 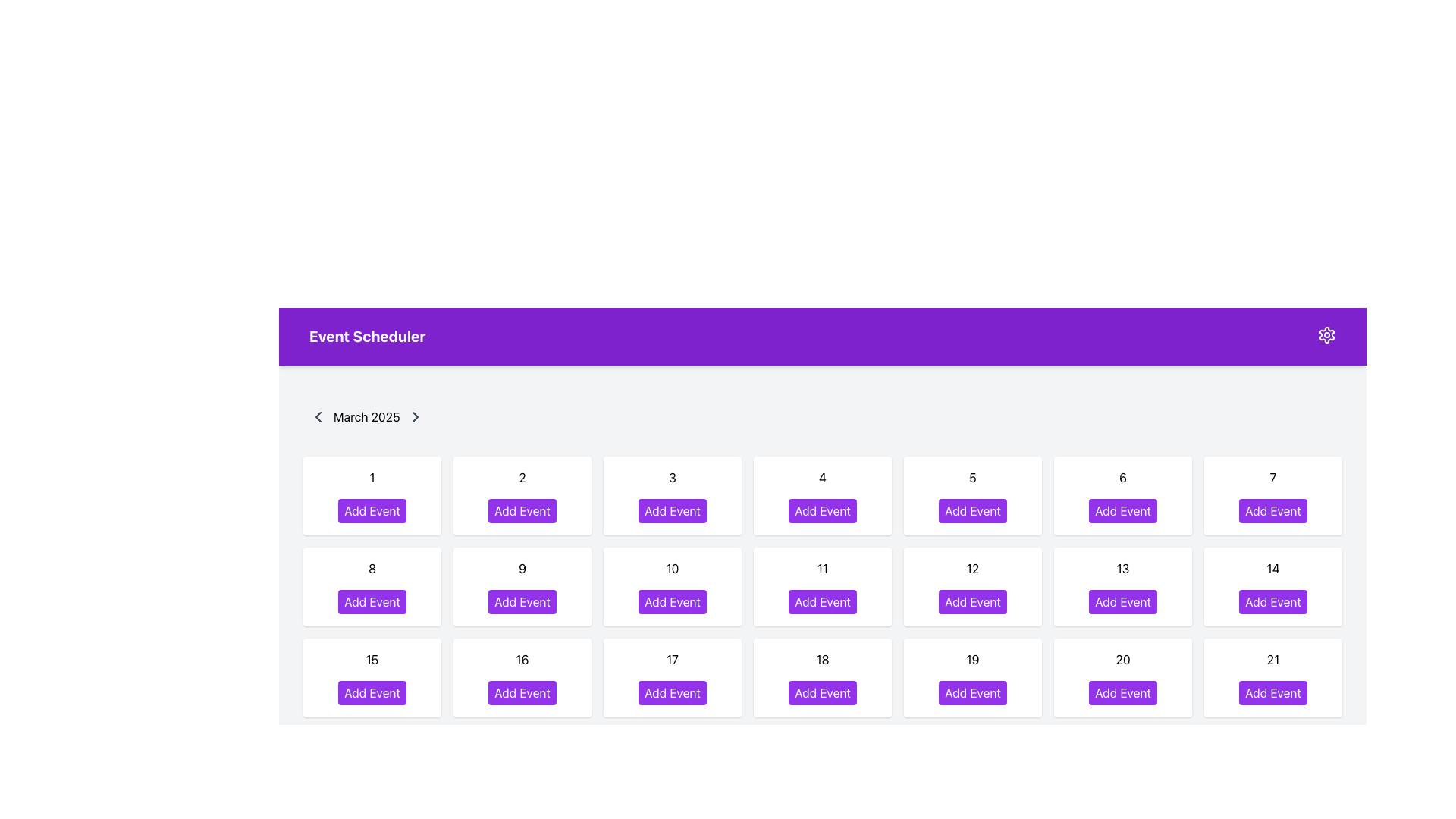 What do you see at coordinates (972, 601) in the screenshot?
I see `the button for adding an event on the 12th day of the month in the calendar grid` at bounding box center [972, 601].